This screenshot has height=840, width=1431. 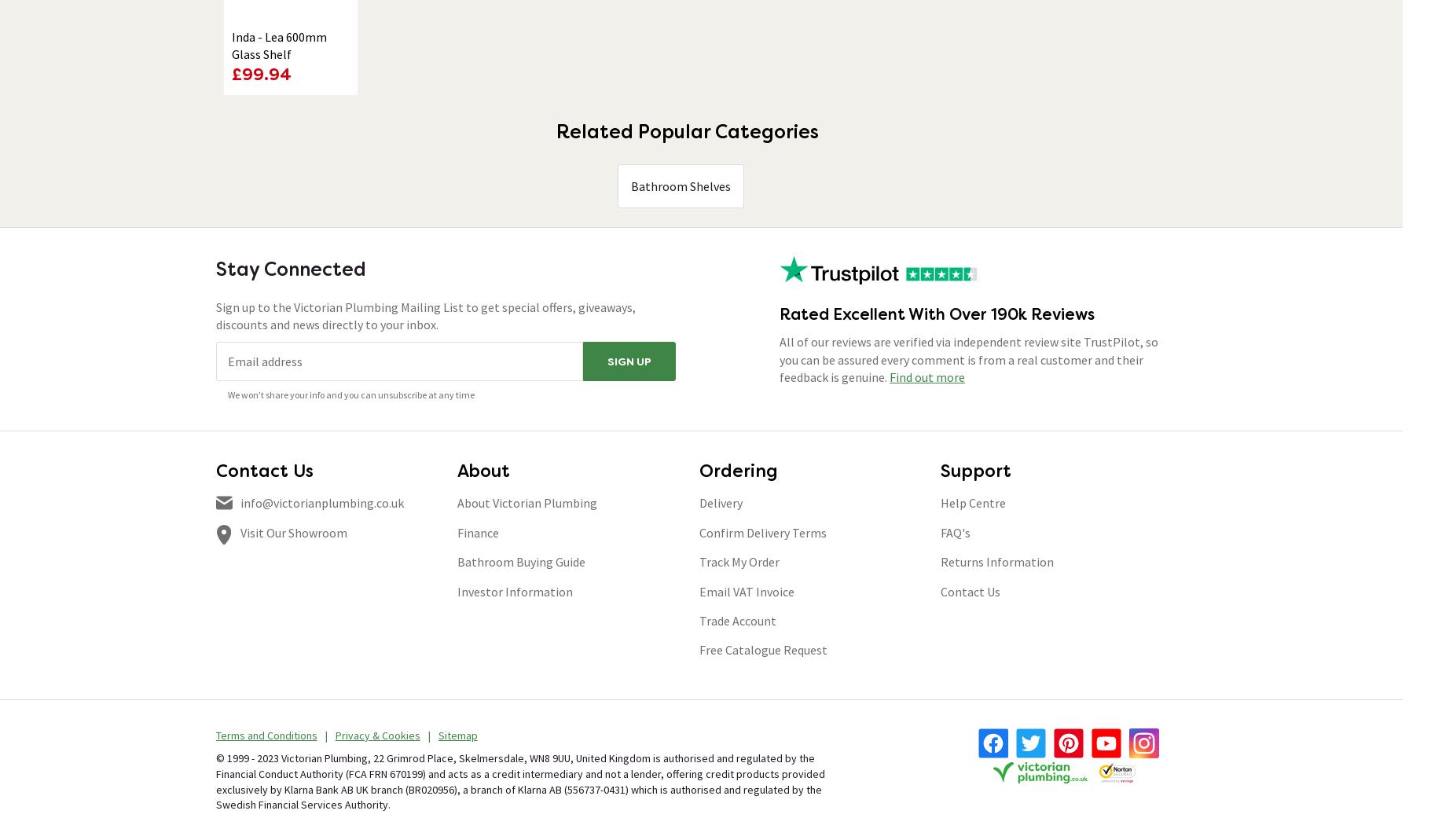 What do you see at coordinates (968, 358) in the screenshot?
I see `'All of our reviews are verified via independent review site TrustPilot, so you can be assured every comment is from a real customer and their feedback is genuine.'` at bounding box center [968, 358].